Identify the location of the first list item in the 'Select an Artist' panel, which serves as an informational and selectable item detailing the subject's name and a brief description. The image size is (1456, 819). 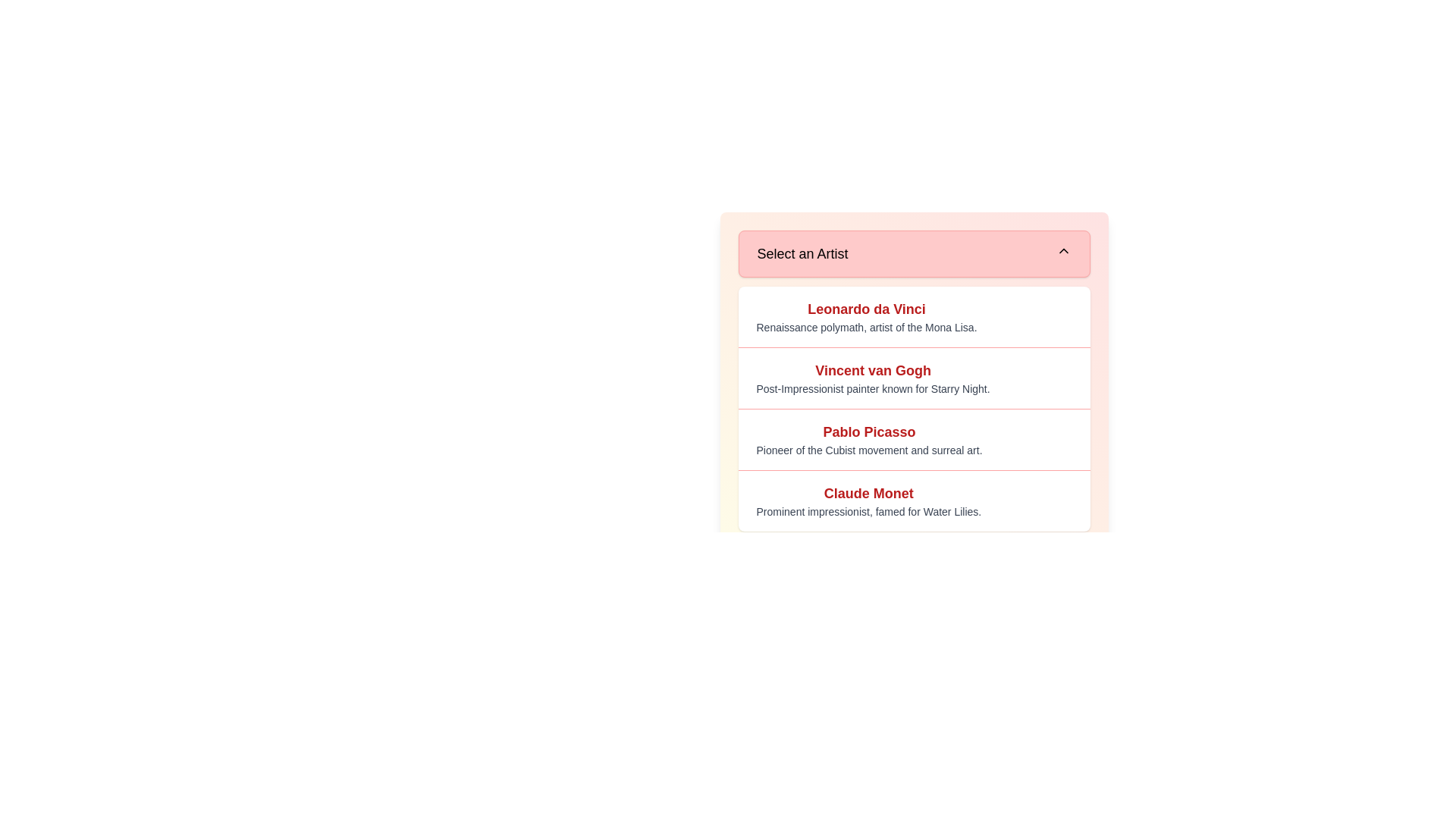
(913, 315).